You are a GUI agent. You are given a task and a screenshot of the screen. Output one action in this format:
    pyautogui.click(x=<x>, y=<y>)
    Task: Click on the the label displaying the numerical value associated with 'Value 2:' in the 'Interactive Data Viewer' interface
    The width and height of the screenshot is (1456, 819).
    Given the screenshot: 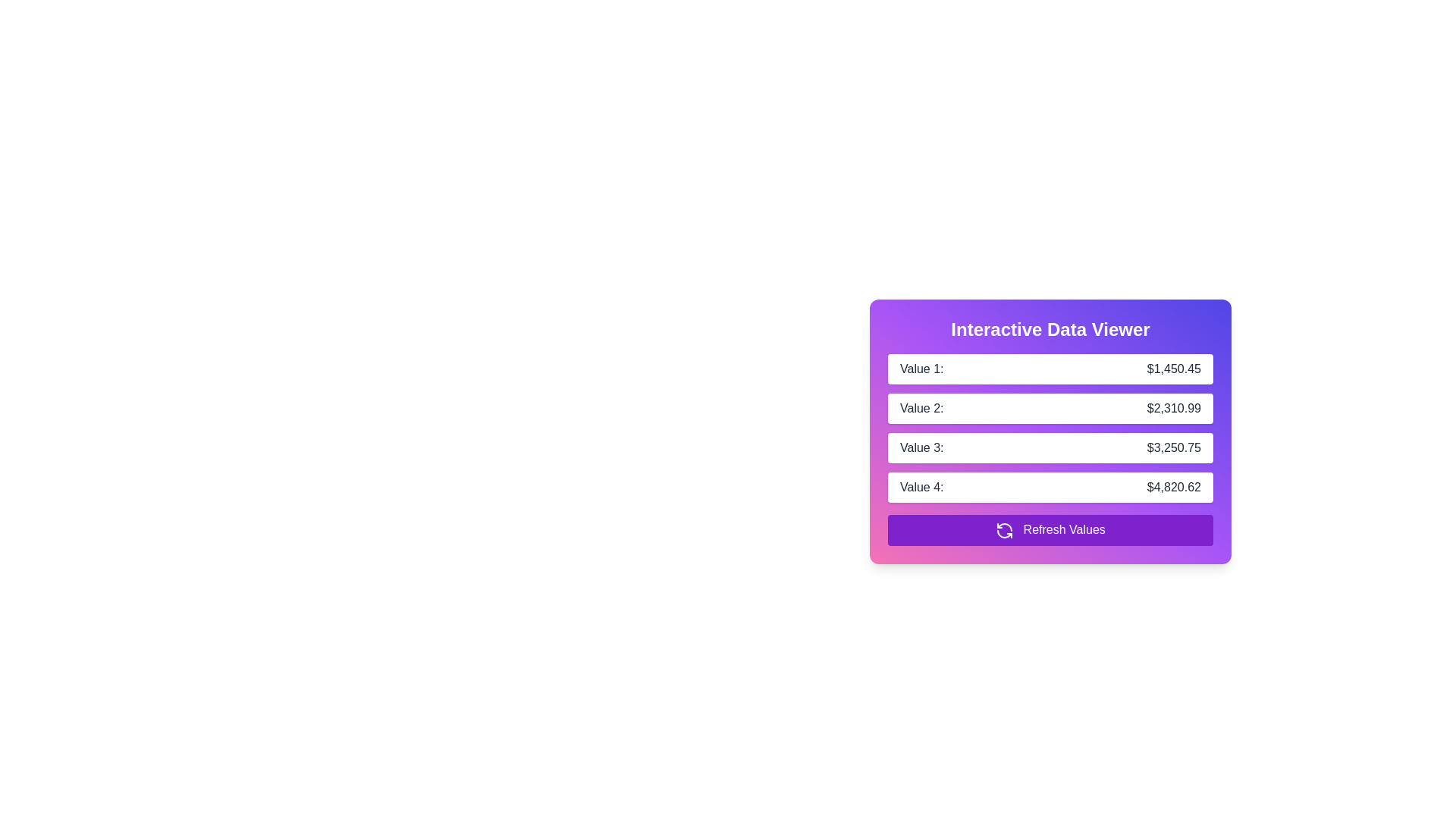 What is the action you would take?
    pyautogui.click(x=1173, y=408)
    